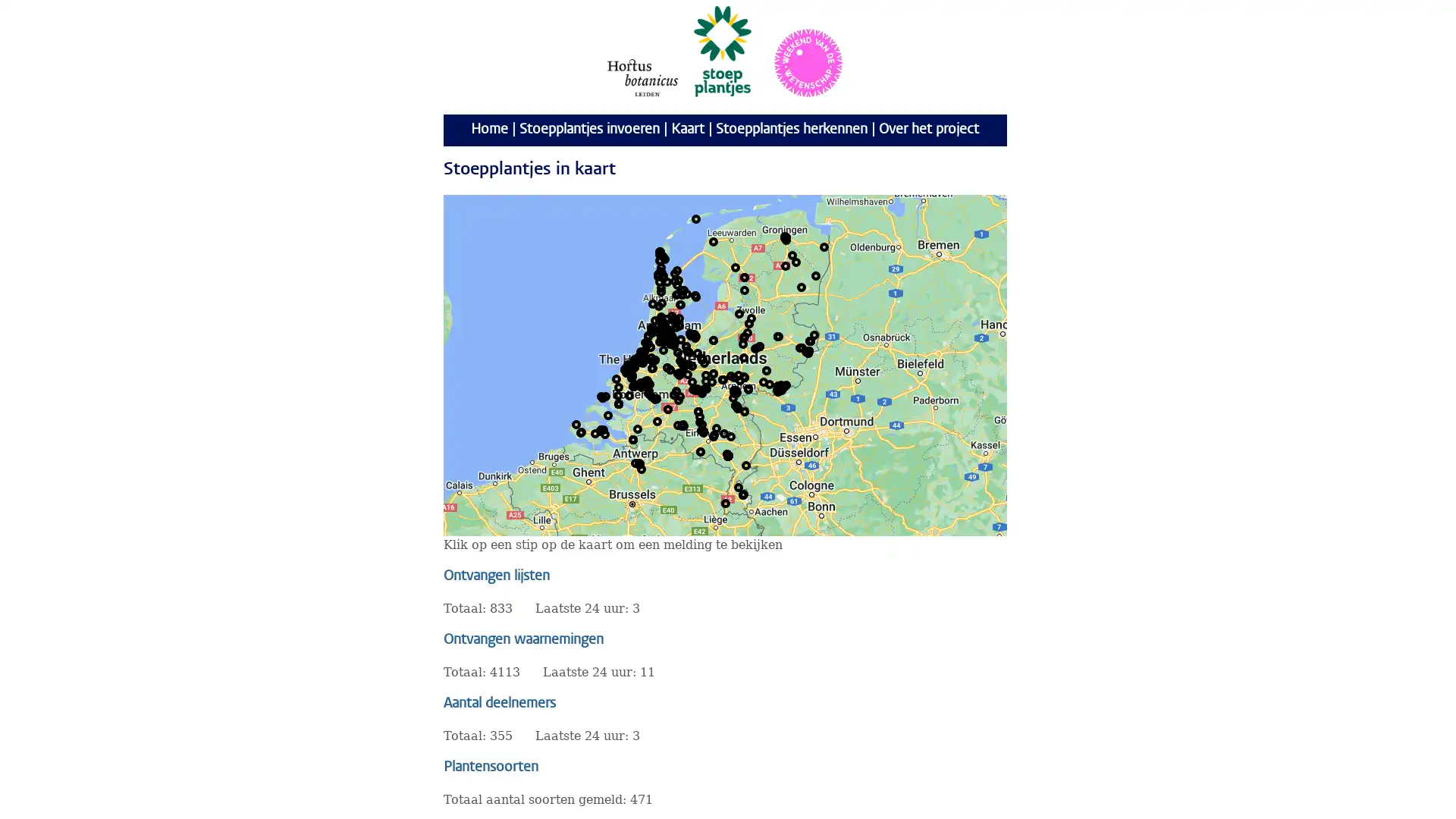 The width and height of the screenshot is (1456, 819). Describe the element at coordinates (659, 318) in the screenshot. I see `Telling van Margreet op 10 april 2022` at that location.